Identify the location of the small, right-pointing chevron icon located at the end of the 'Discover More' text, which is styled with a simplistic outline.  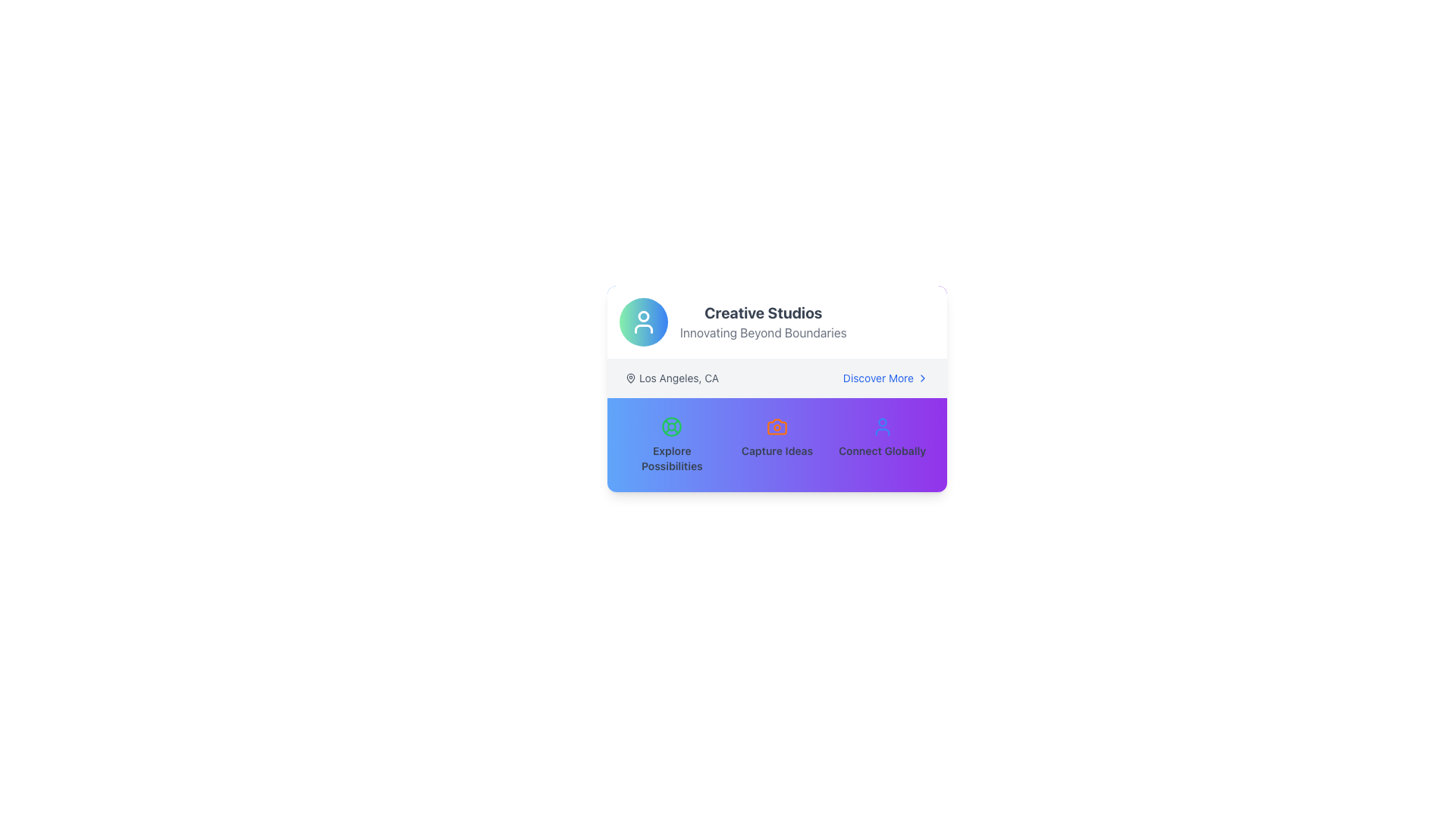
(922, 377).